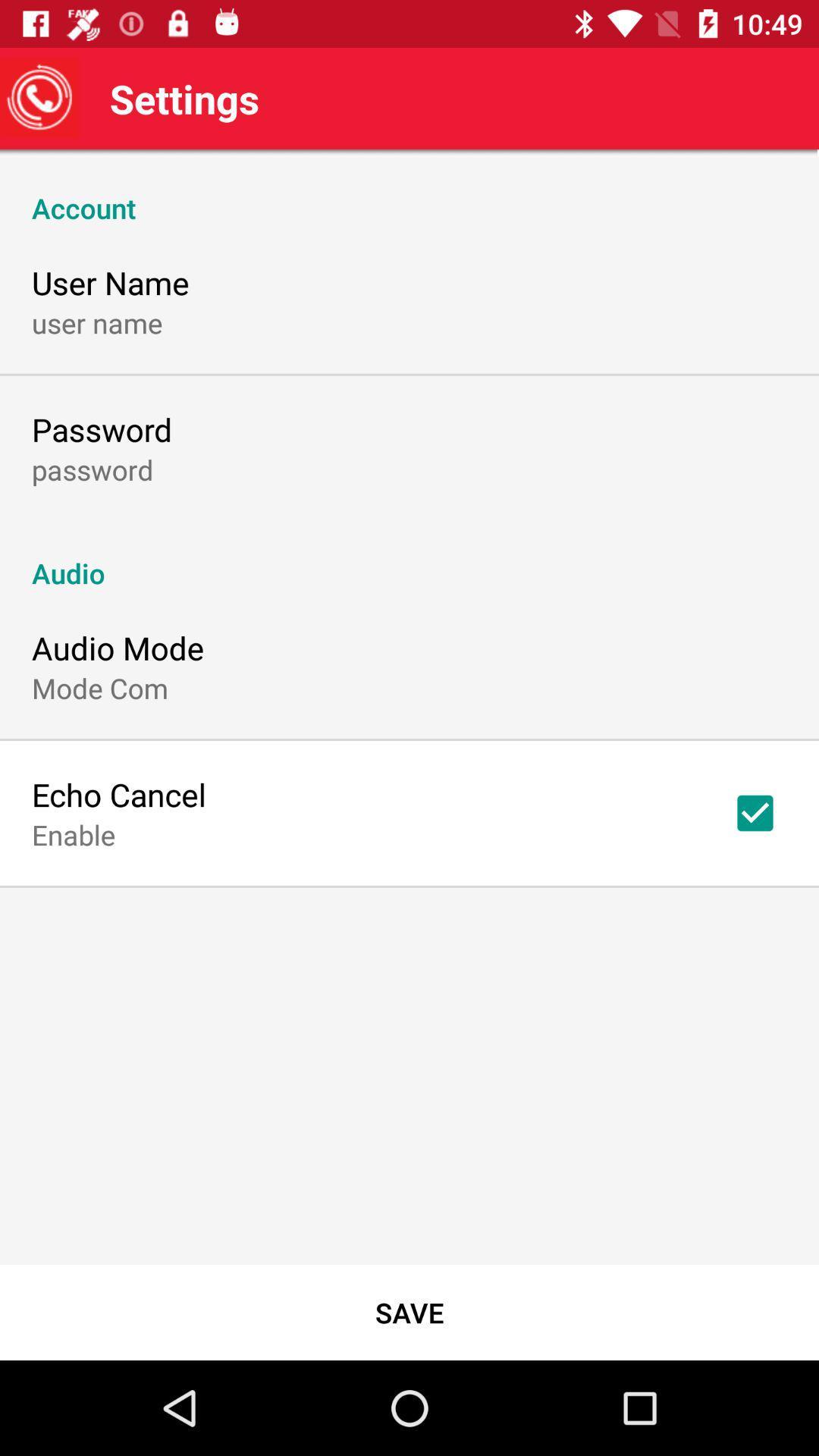  What do you see at coordinates (74, 833) in the screenshot?
I see `the enable icon` at bounding box center [74, 833].